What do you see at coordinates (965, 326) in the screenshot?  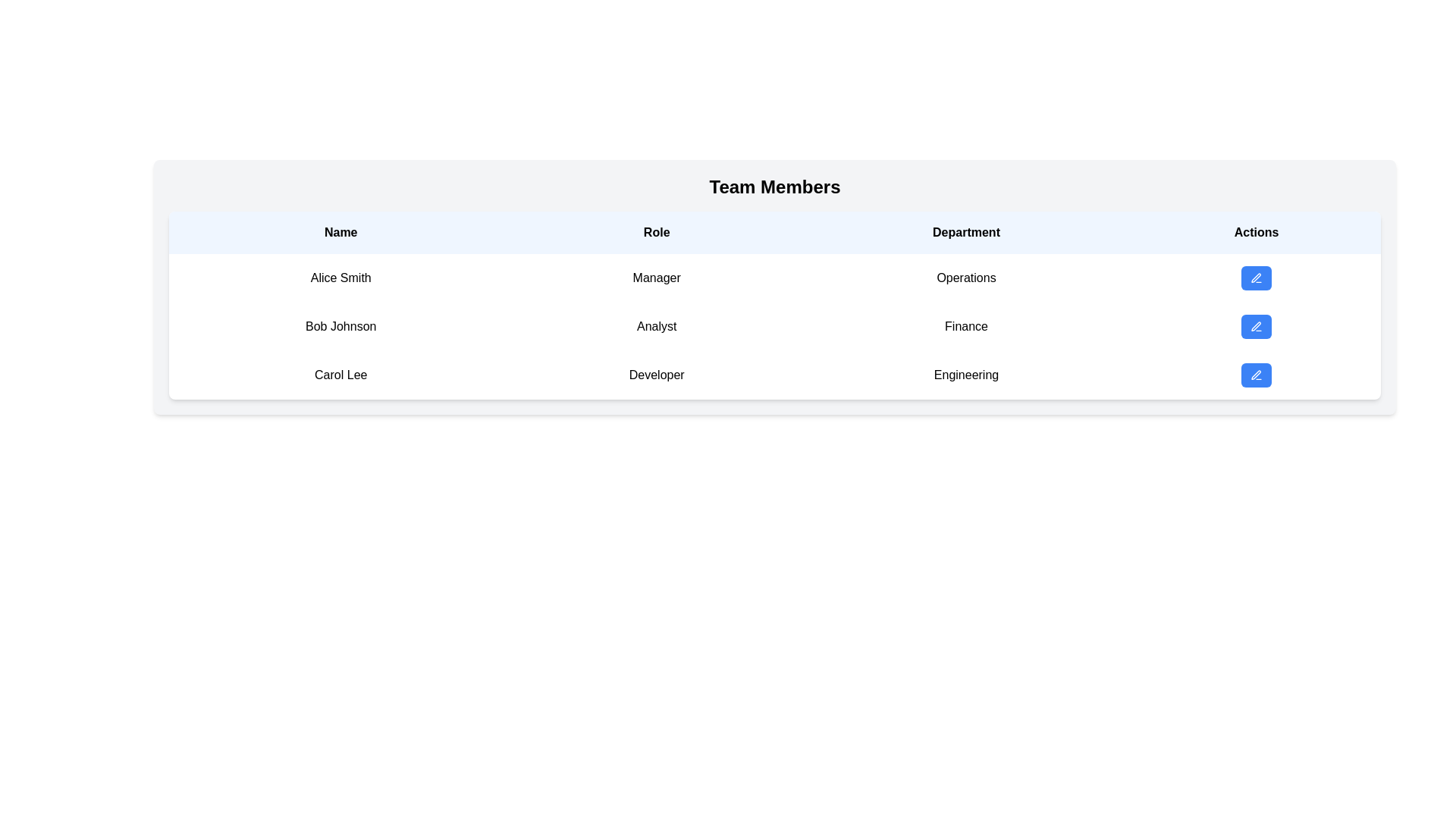 I see `the text label displaying the department name 'Finance' associated with the entry for 'Bob Johnson' in the 'Team Members' table` at bounding box center [965, 326].